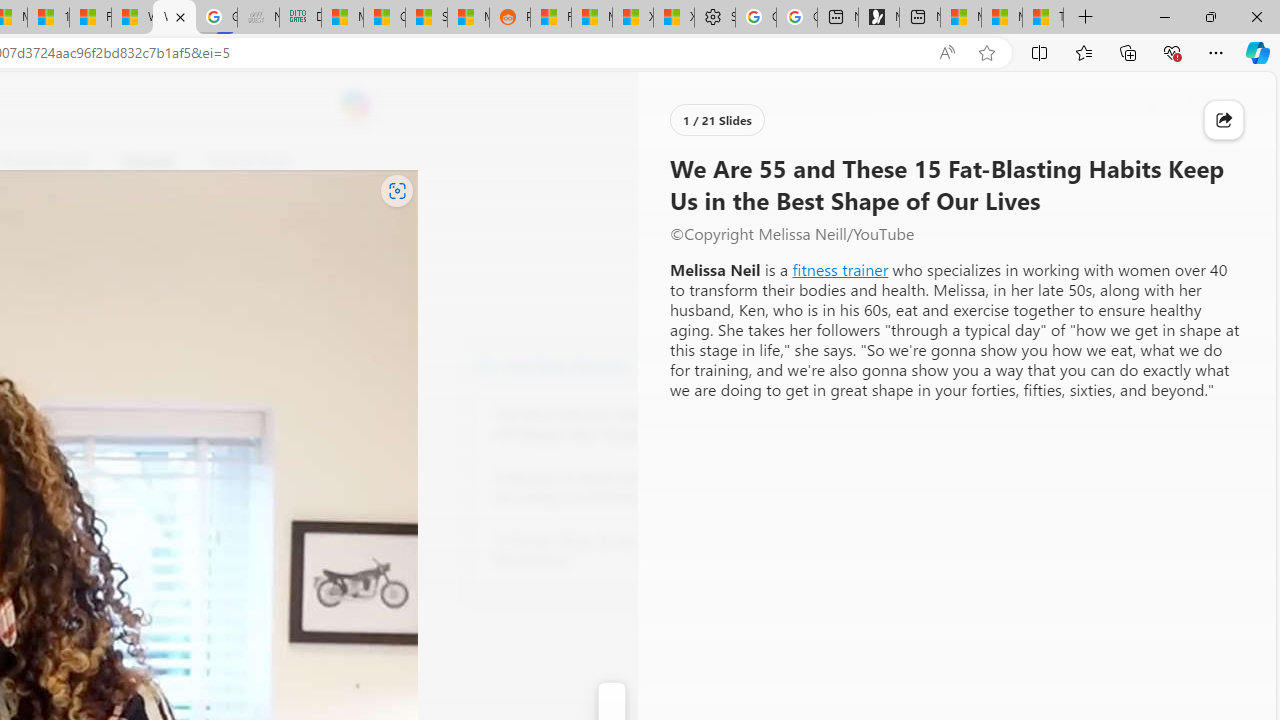 Image resolution: width=1280 pixels, height=720 pixels. What do you see at coordinates (840, 268) in the screenshot?
I see `'fitness trainer'` at bounding box center [840, 268].